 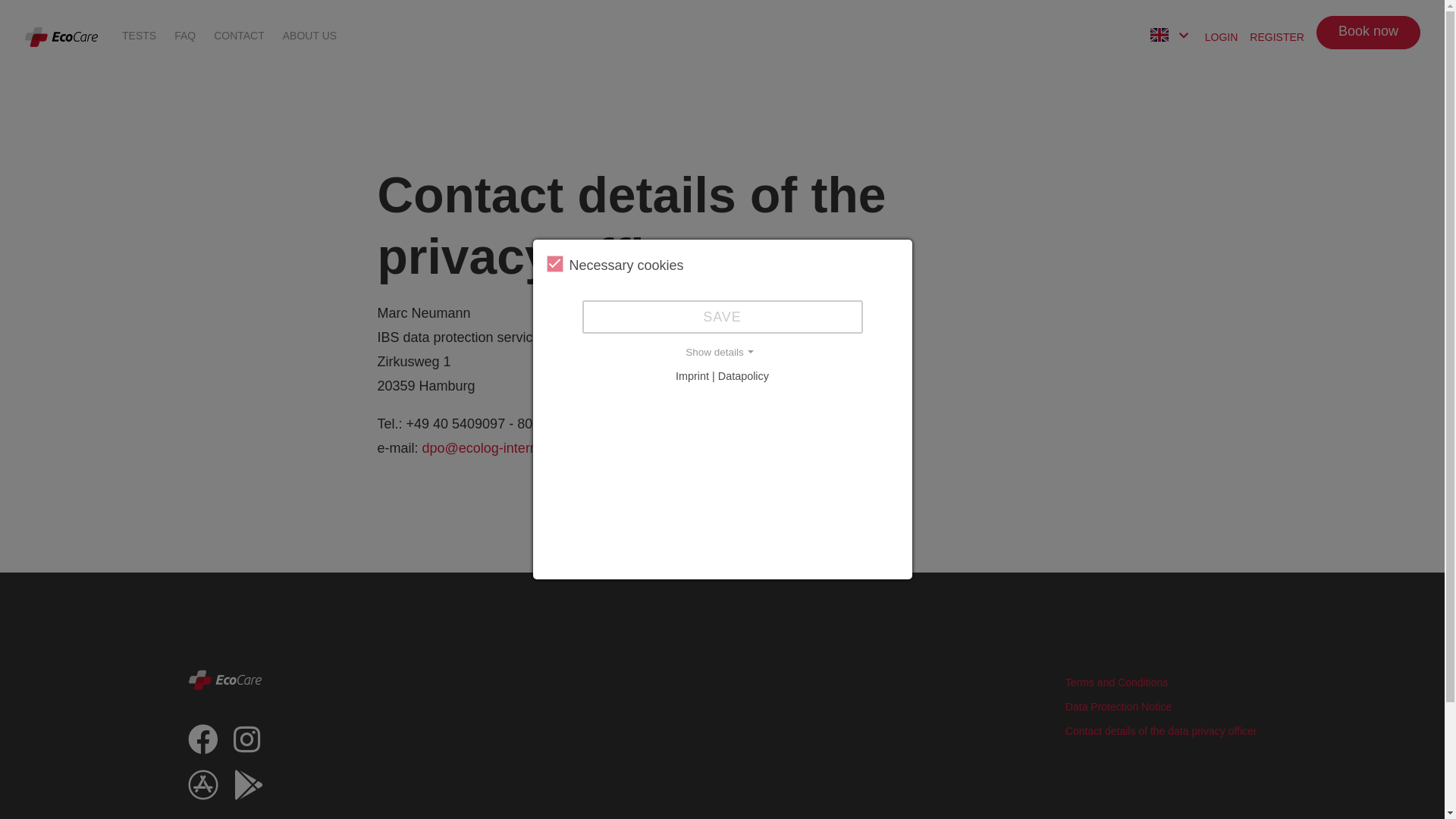 What do you see at coordinates (1160, 730) in the screenshot?
I see `'Contact details of the data privacy officer'` at bounding box center [1160, 730].